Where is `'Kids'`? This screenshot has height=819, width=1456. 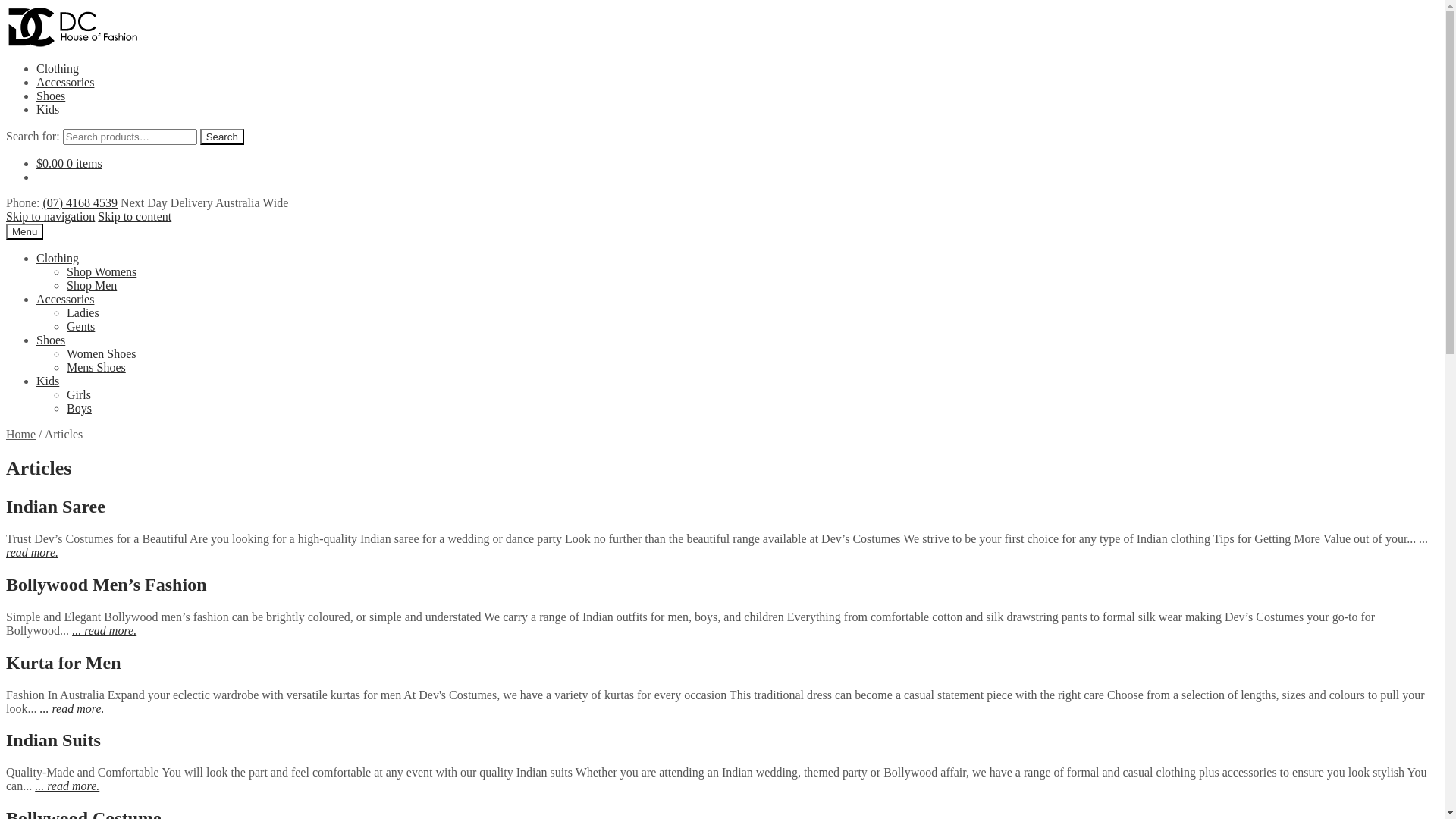 'Kids' is located at coordinates (47, 380).